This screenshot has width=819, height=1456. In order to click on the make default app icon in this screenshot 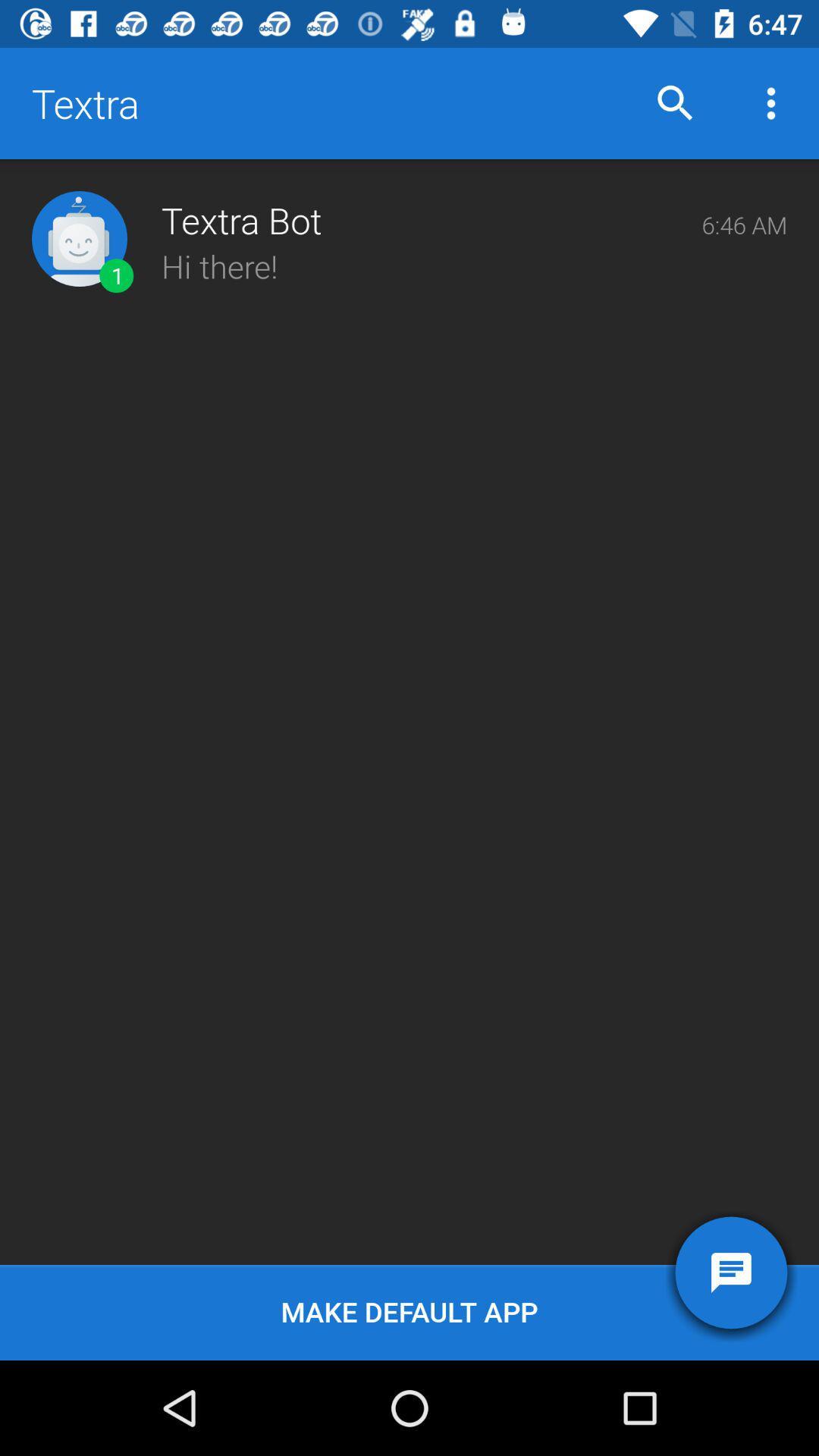, I will do `click(409, 1312)`.